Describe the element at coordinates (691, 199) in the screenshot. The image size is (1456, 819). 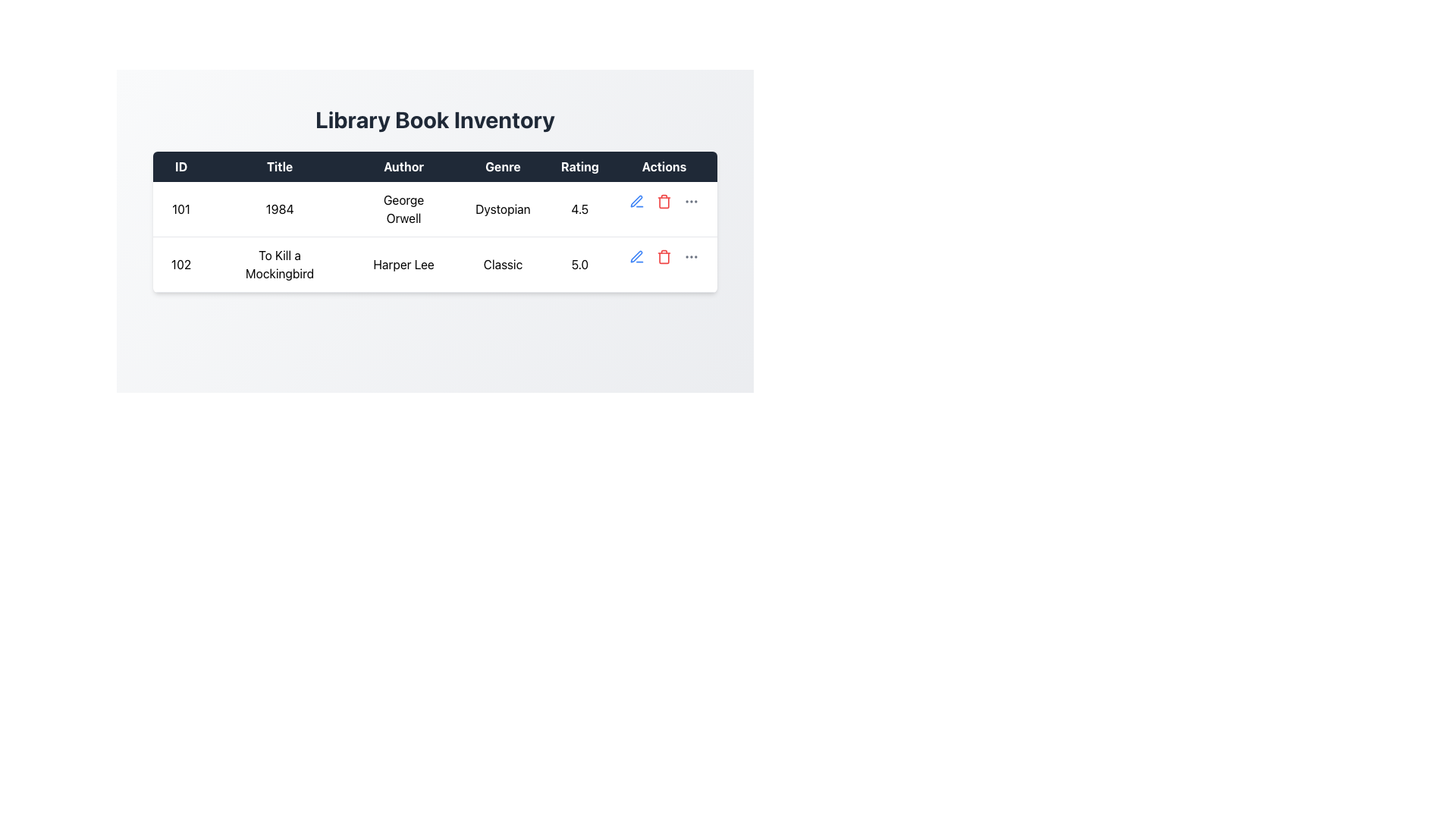
I see `the button located in the last row of the table under the 'Actions' column, which is the third interactive element following the edit (pen) and delete (trash) icons` at that location.